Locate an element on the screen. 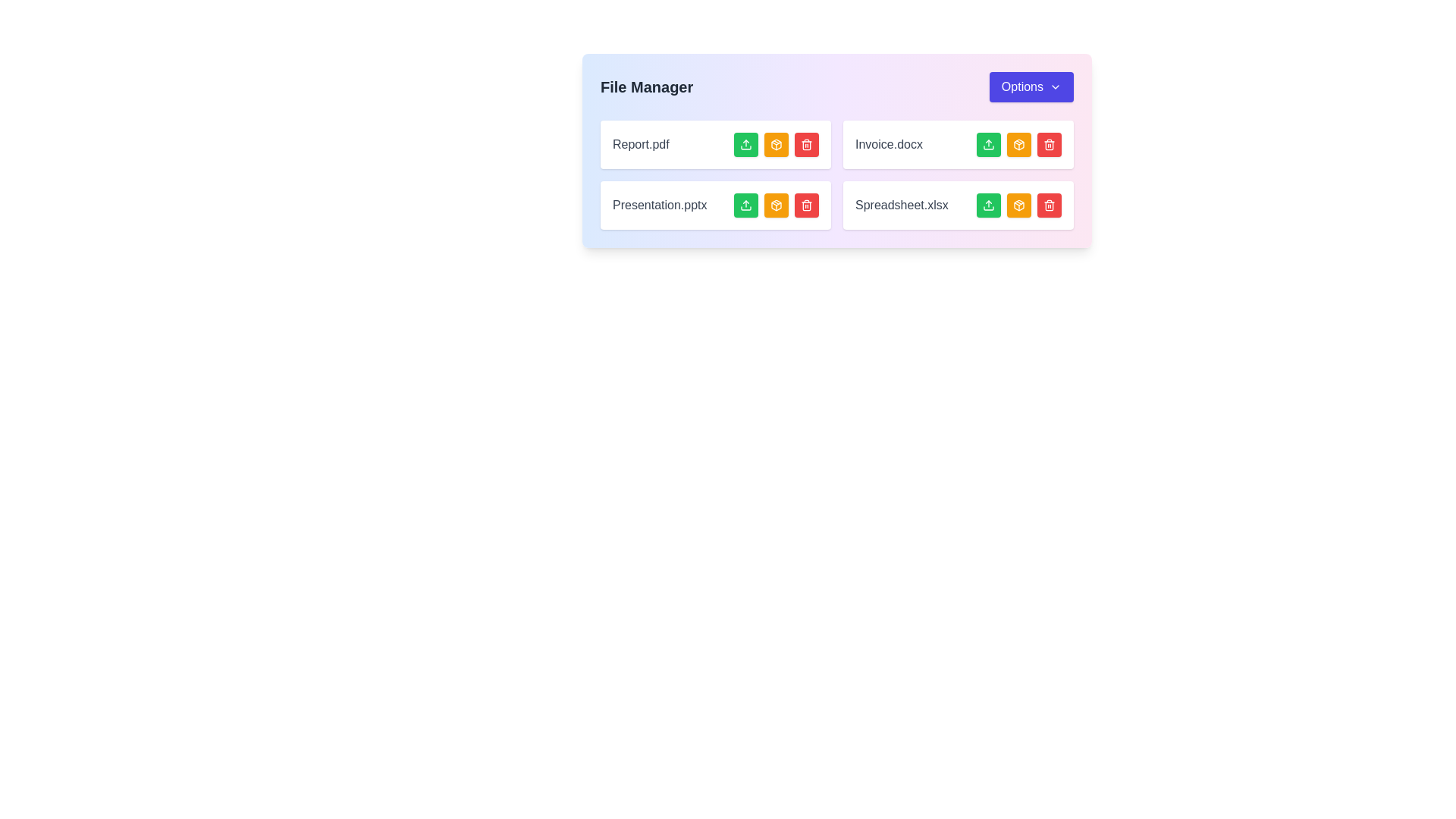 The image size is (1456, 819). the red rectangular delete button with a trash bin icon in the 'File Manager' section is located at coordinates (806, 145).